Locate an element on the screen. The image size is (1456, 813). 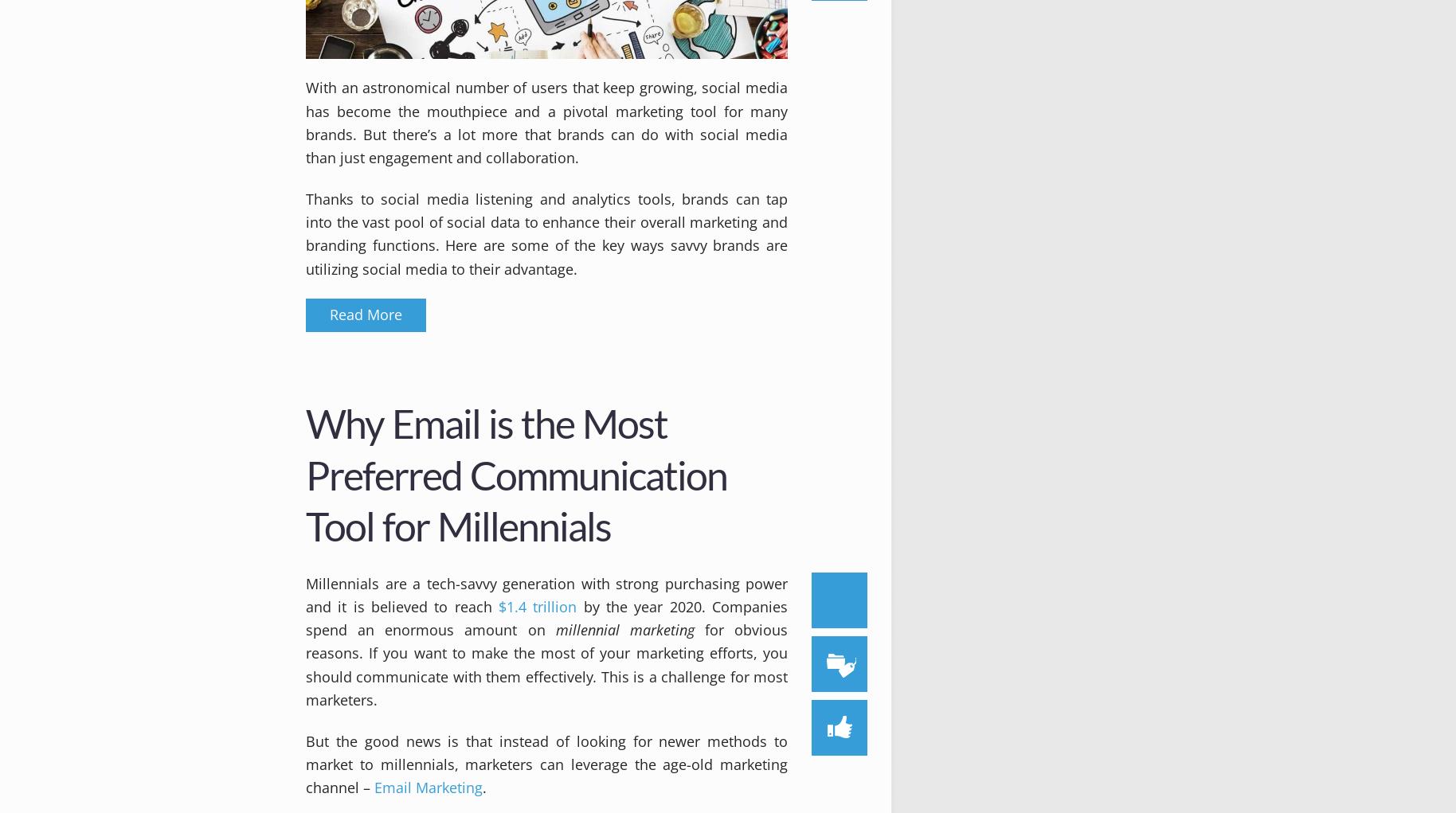
'But the good news is that instead of looking for newer methods to market to millennials, marketers can leverage the age-old marketing channel –' is located at coordinates (546, 763).